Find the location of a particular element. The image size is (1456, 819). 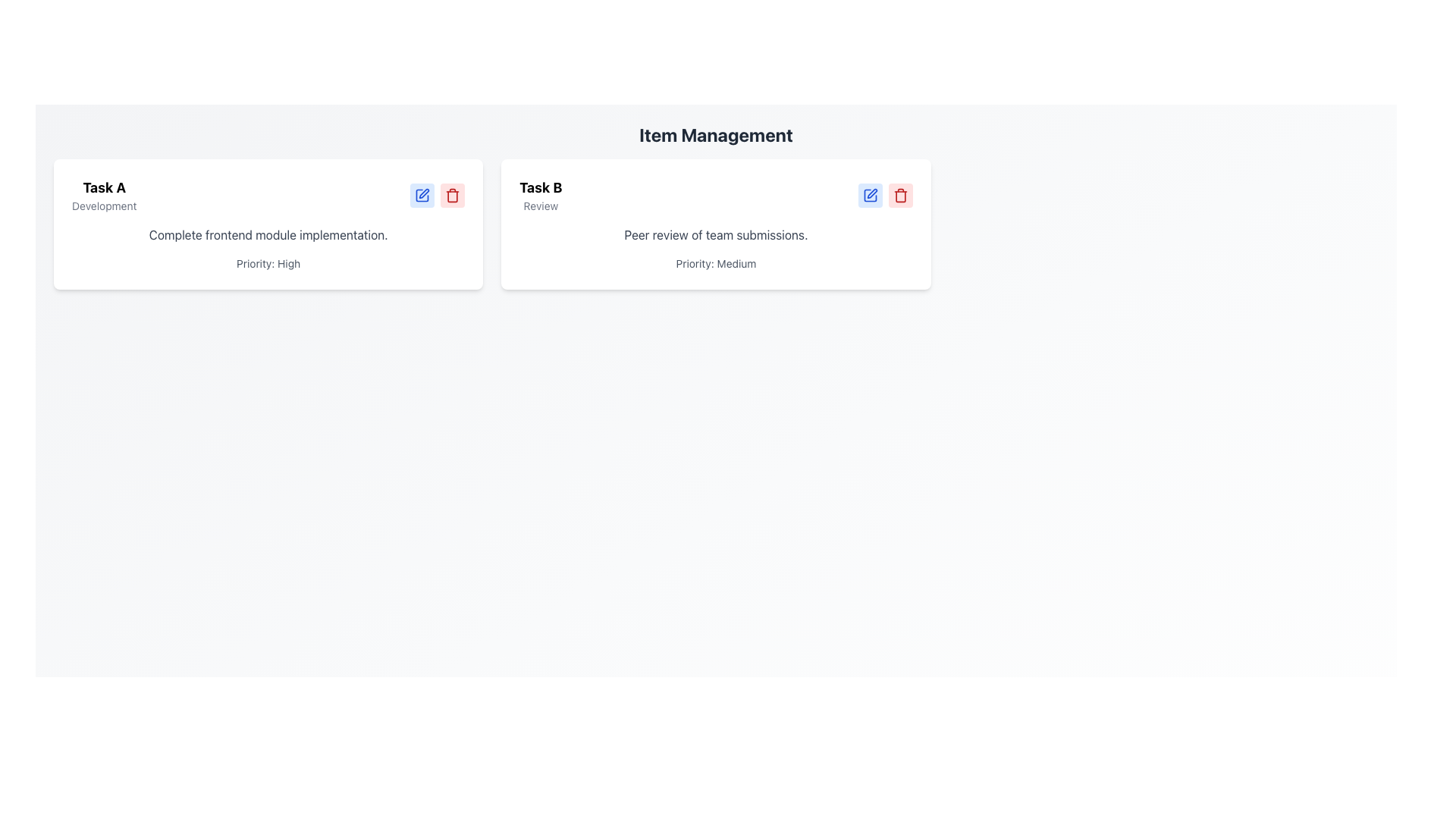

the first icon in the top-right corner of the 'Task B' card is located at coordinates (872, 193).